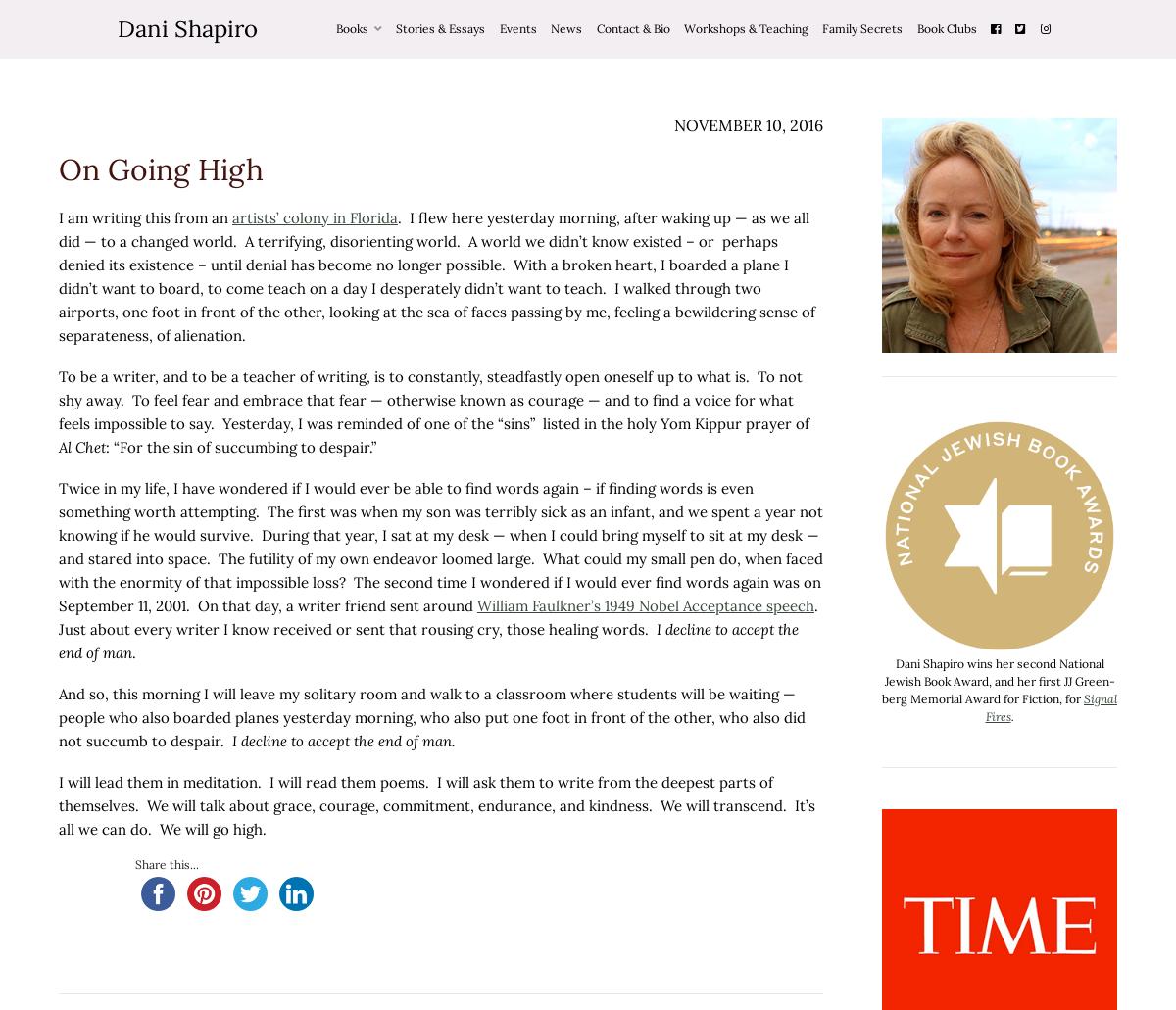 The width and height of the screenshot is (1176, 1010). Describe the element at coordinates (994, 672) in the screenshot. I see `'Dani Shapiro wins her sec­ond Nation­al Jew­ish Book Award, and her first'` at that location.